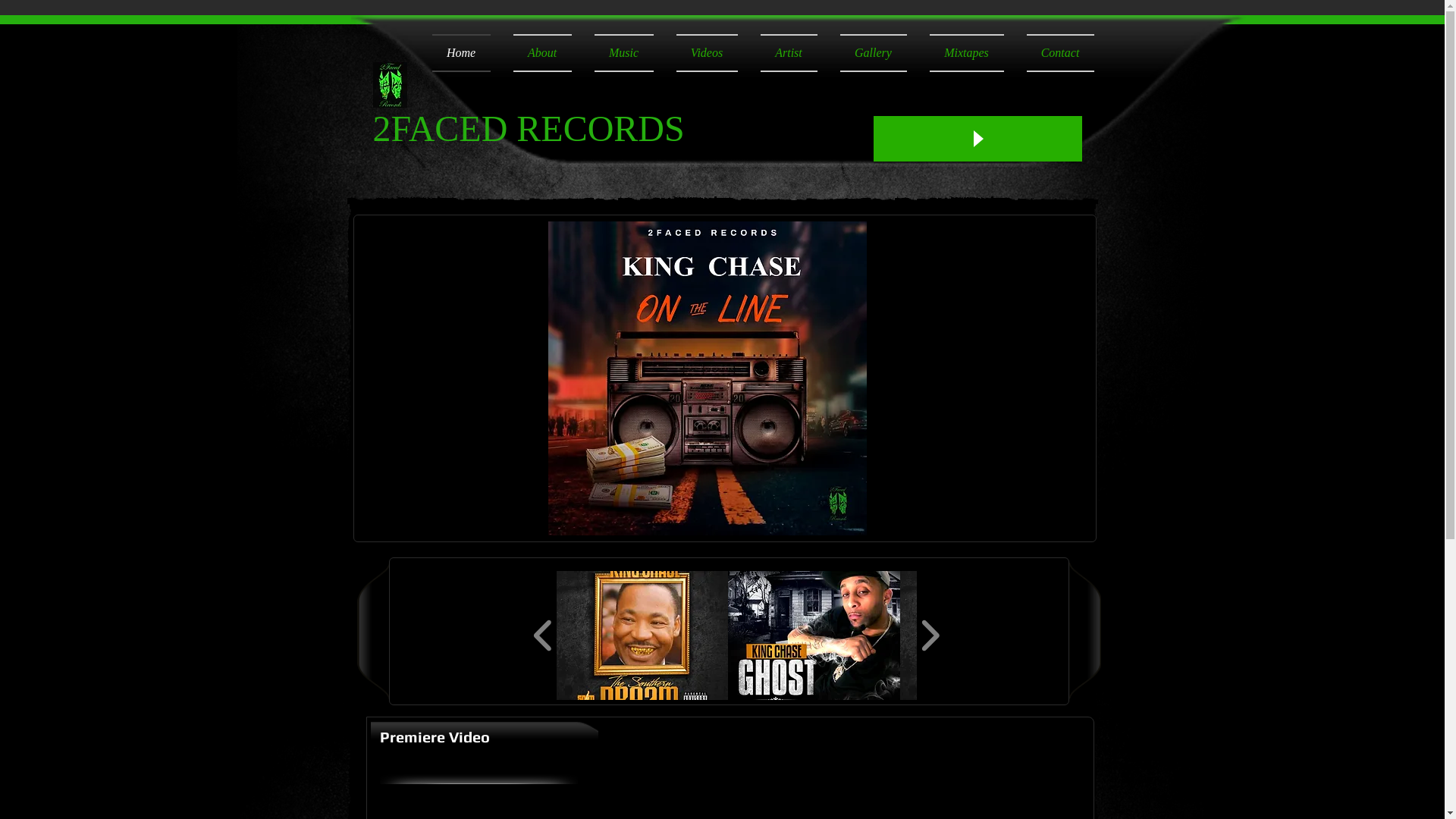 This screenshot has width=1456, height=819. I want to click on 'Mixtapes', so click(965, 52).